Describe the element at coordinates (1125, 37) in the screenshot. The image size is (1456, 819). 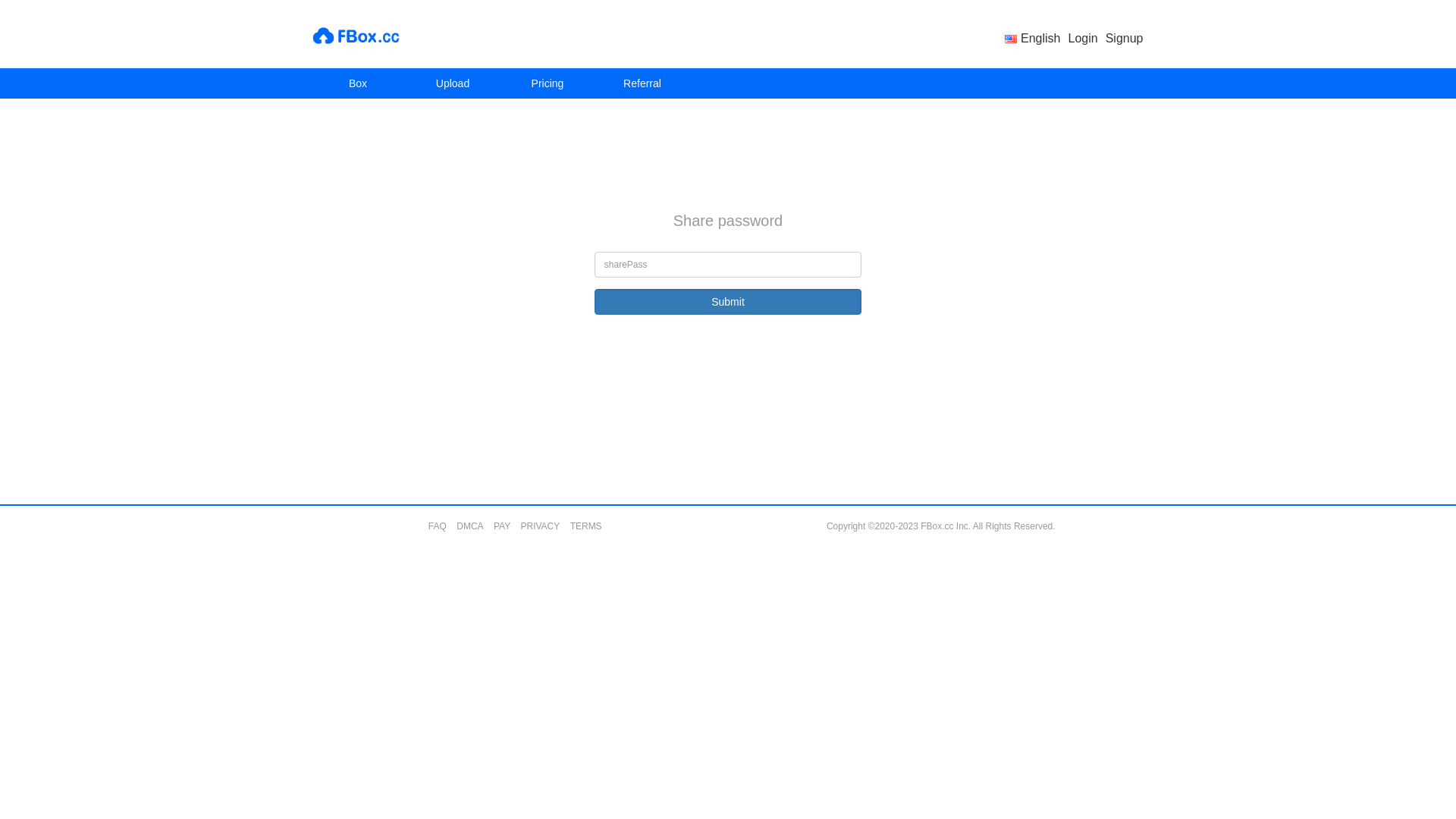
I see `'Signup'` at that location.